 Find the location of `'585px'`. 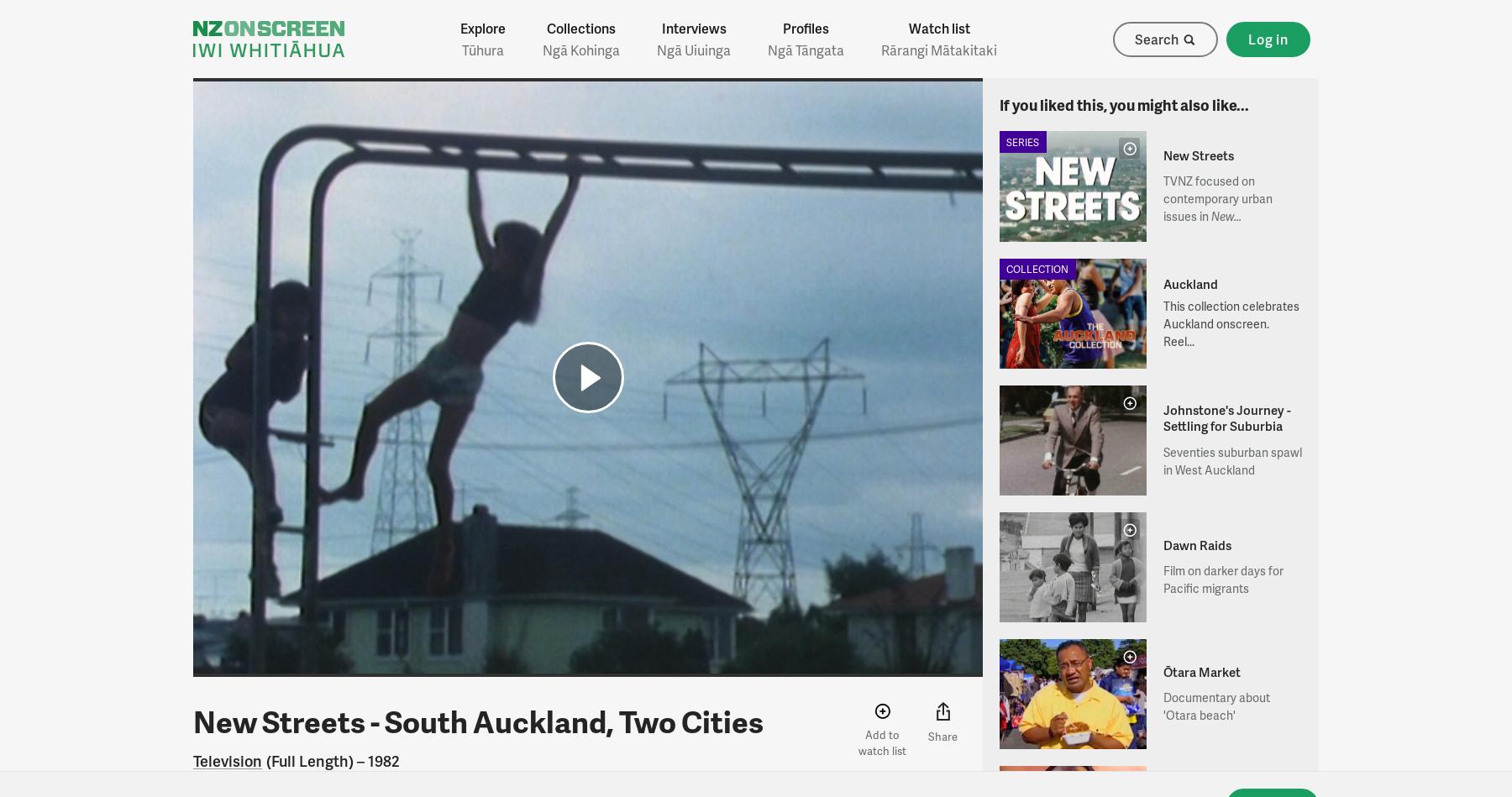

'585px' is located at coordinates (584, 631).